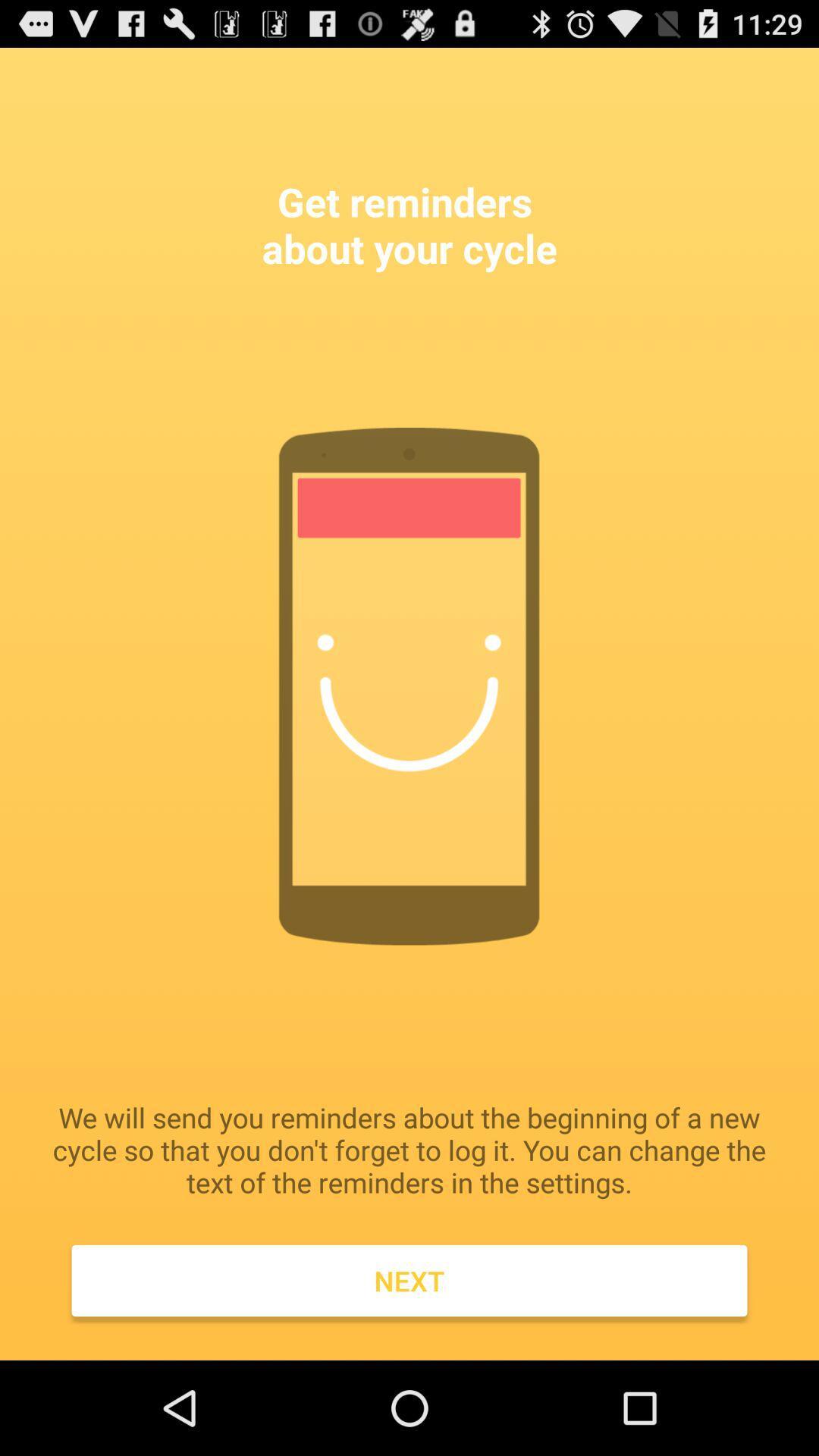 The height and width of the screenshot is (1456, 819). I want to click on item below the we will send item, so click(409, 1280).